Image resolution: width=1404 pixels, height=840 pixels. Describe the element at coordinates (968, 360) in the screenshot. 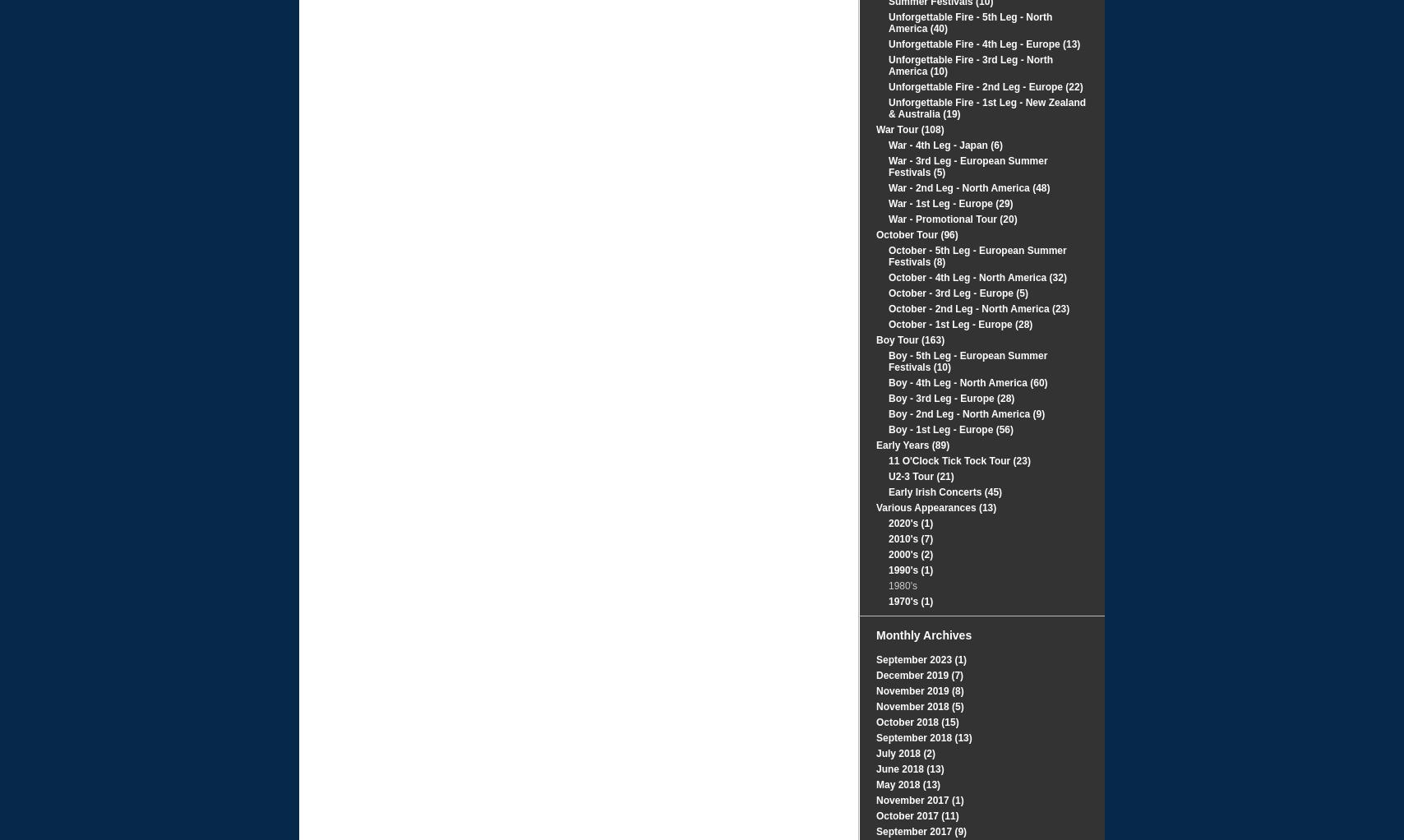

I see `'Boy - 5th Leg - European Summer Festivals (10)'` at that location.